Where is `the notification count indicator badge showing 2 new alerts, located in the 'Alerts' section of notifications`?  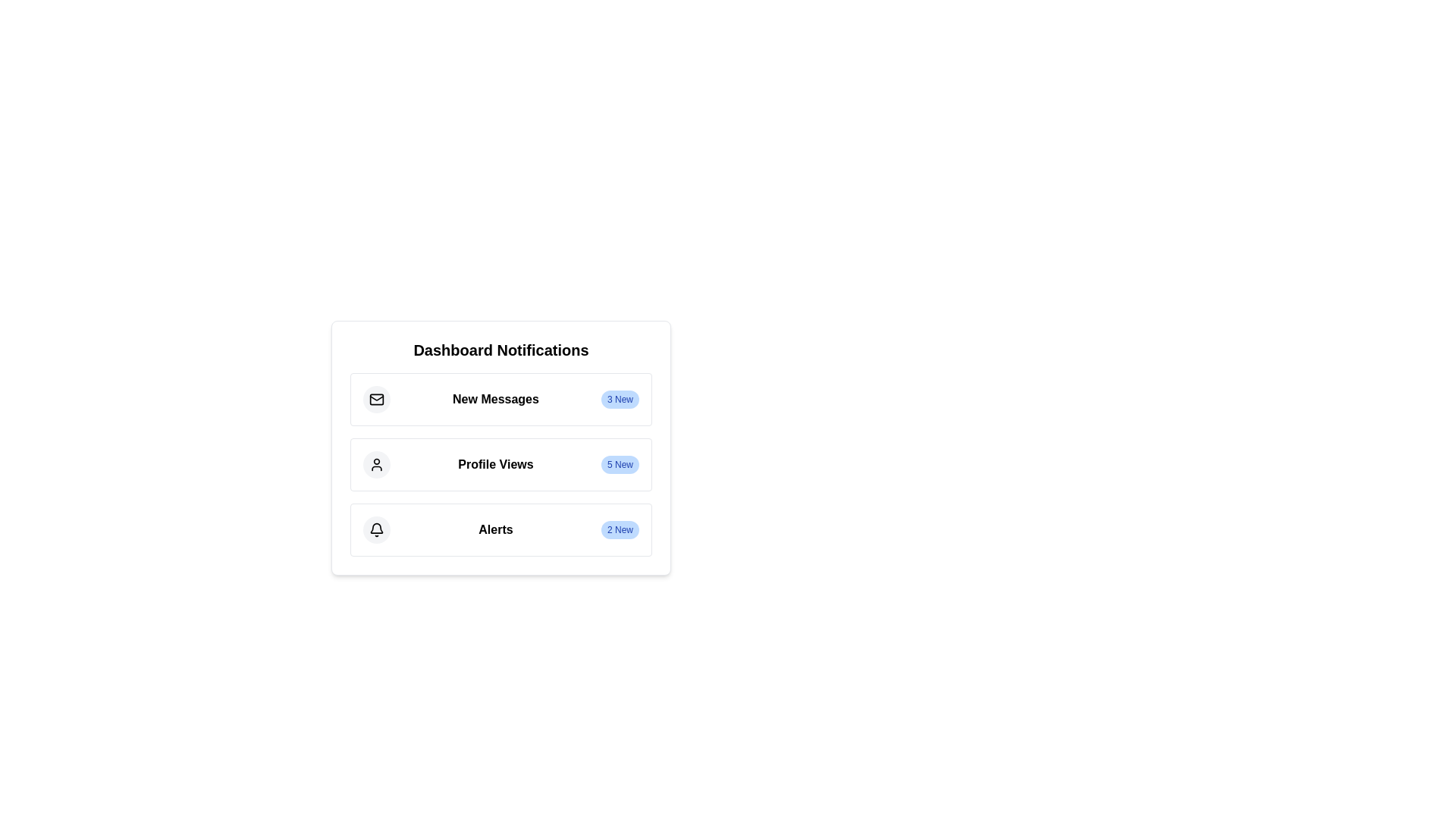
the notification count indicator badge showing 2 new alerts, located in the 'Alerts' section of notifications is located at coordinates (620, 529).